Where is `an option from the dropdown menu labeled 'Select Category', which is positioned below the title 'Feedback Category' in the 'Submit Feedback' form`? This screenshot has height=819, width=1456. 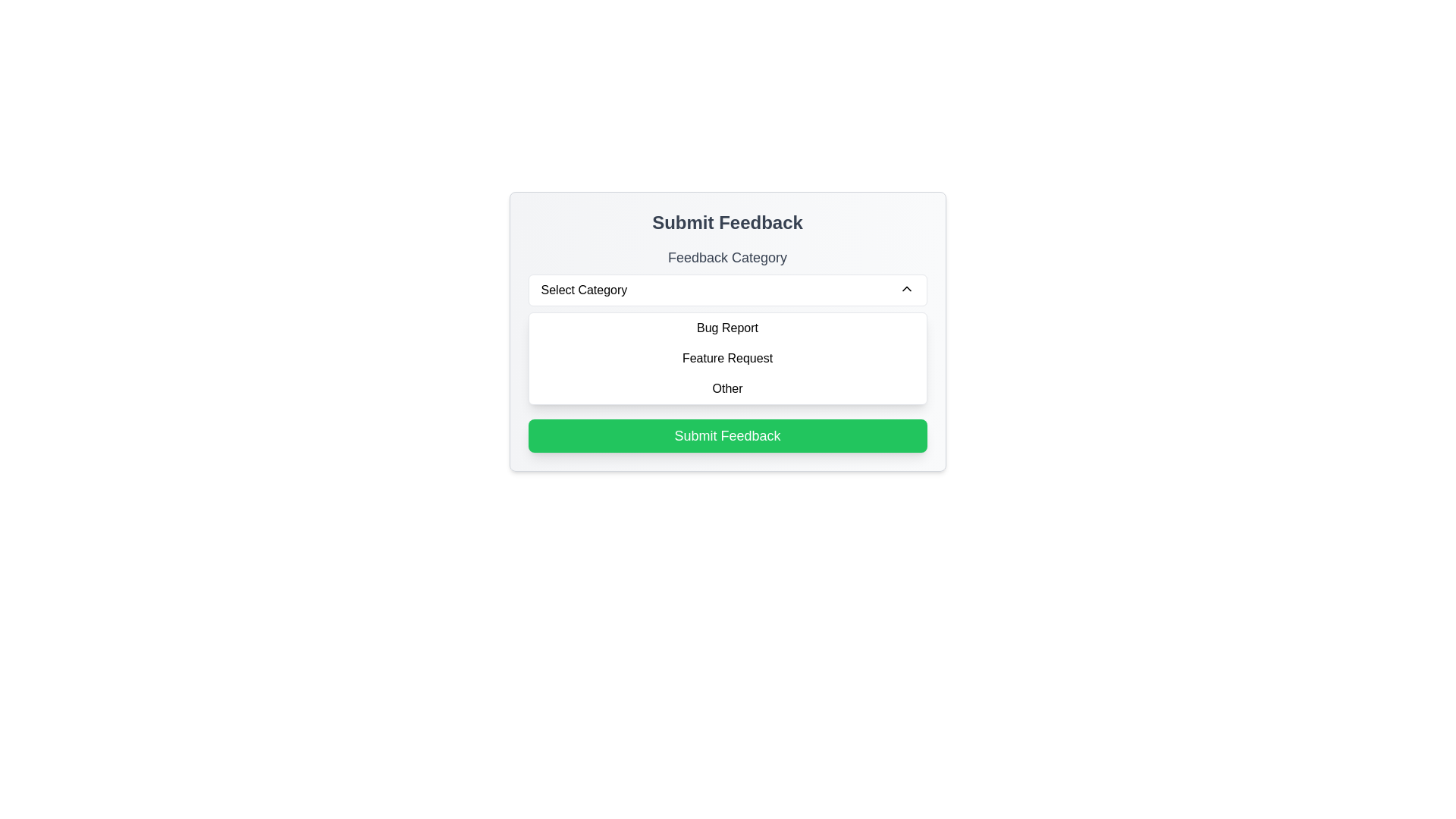
an option from the dropdown menu labeled 'Select Category', which is positioned below the title 'Feedback Category' in the 'Submit Feedback' form is located at coordinates (726, 290).